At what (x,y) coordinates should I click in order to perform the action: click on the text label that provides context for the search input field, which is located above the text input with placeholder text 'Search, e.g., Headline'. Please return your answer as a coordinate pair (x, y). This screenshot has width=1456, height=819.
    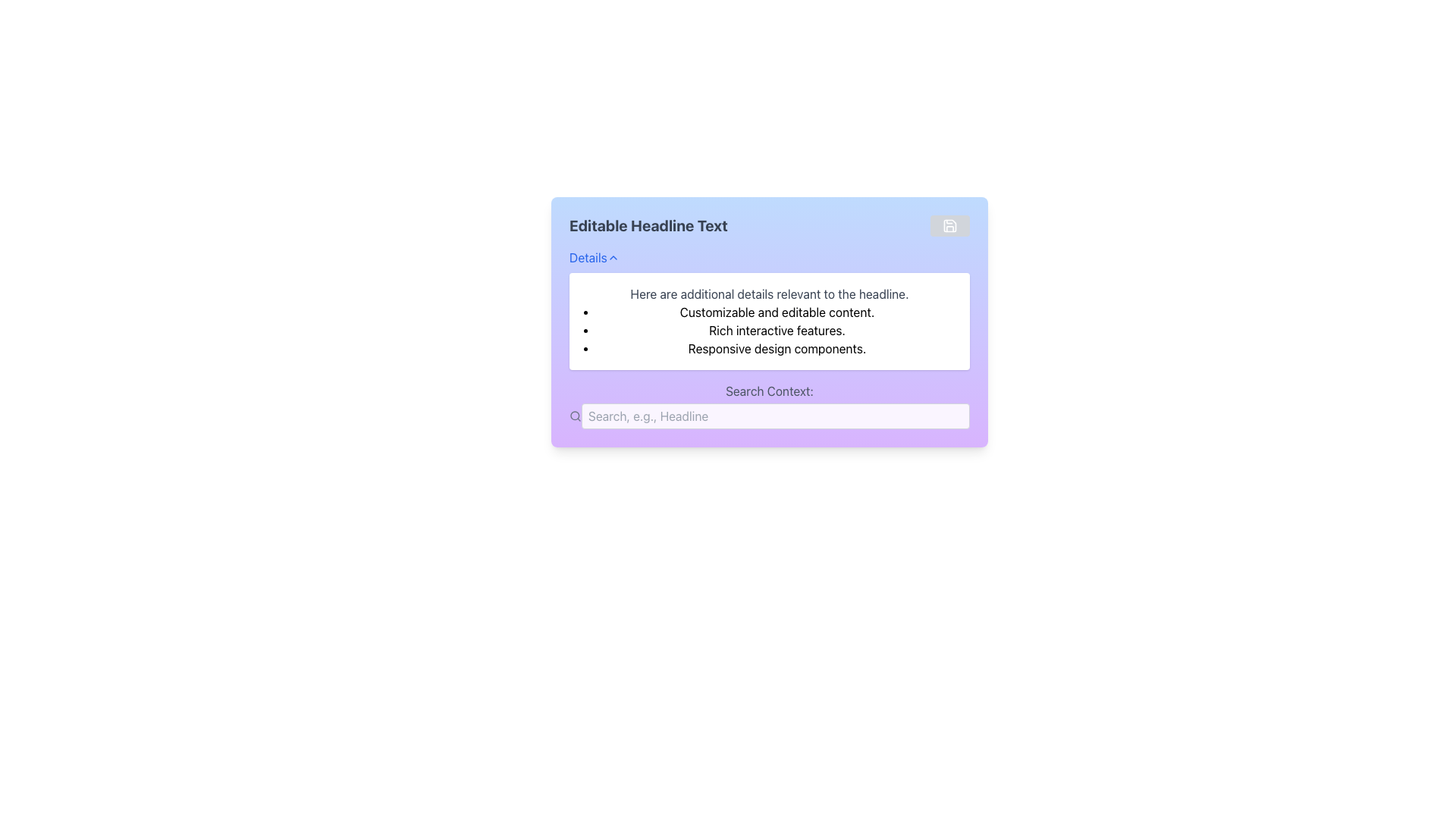
    Looking at the image, I should click on (769, 391).